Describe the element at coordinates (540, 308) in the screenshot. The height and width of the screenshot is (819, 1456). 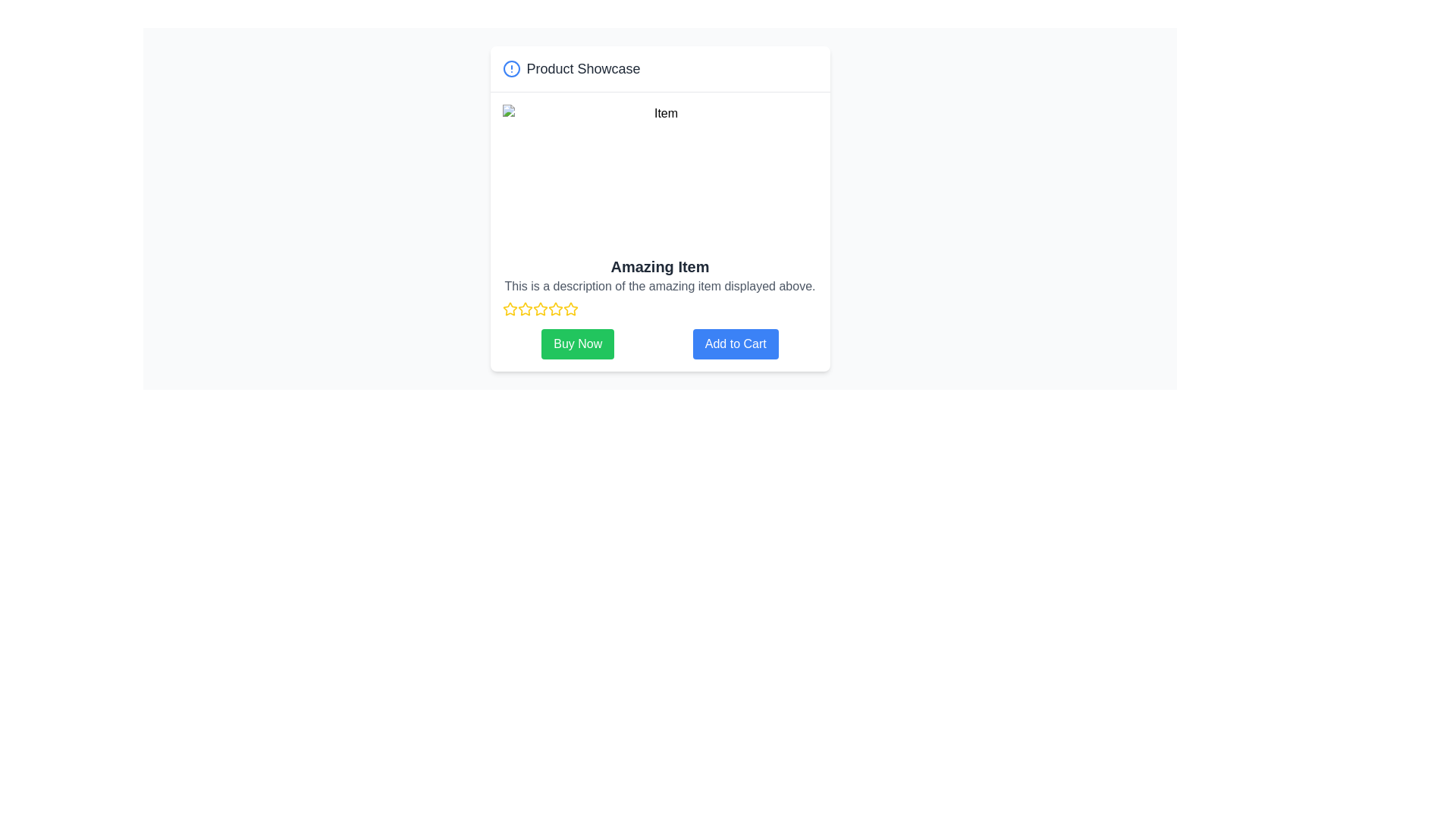
I see `the third star icon, which is a hollow star with a yellow border` at that location.